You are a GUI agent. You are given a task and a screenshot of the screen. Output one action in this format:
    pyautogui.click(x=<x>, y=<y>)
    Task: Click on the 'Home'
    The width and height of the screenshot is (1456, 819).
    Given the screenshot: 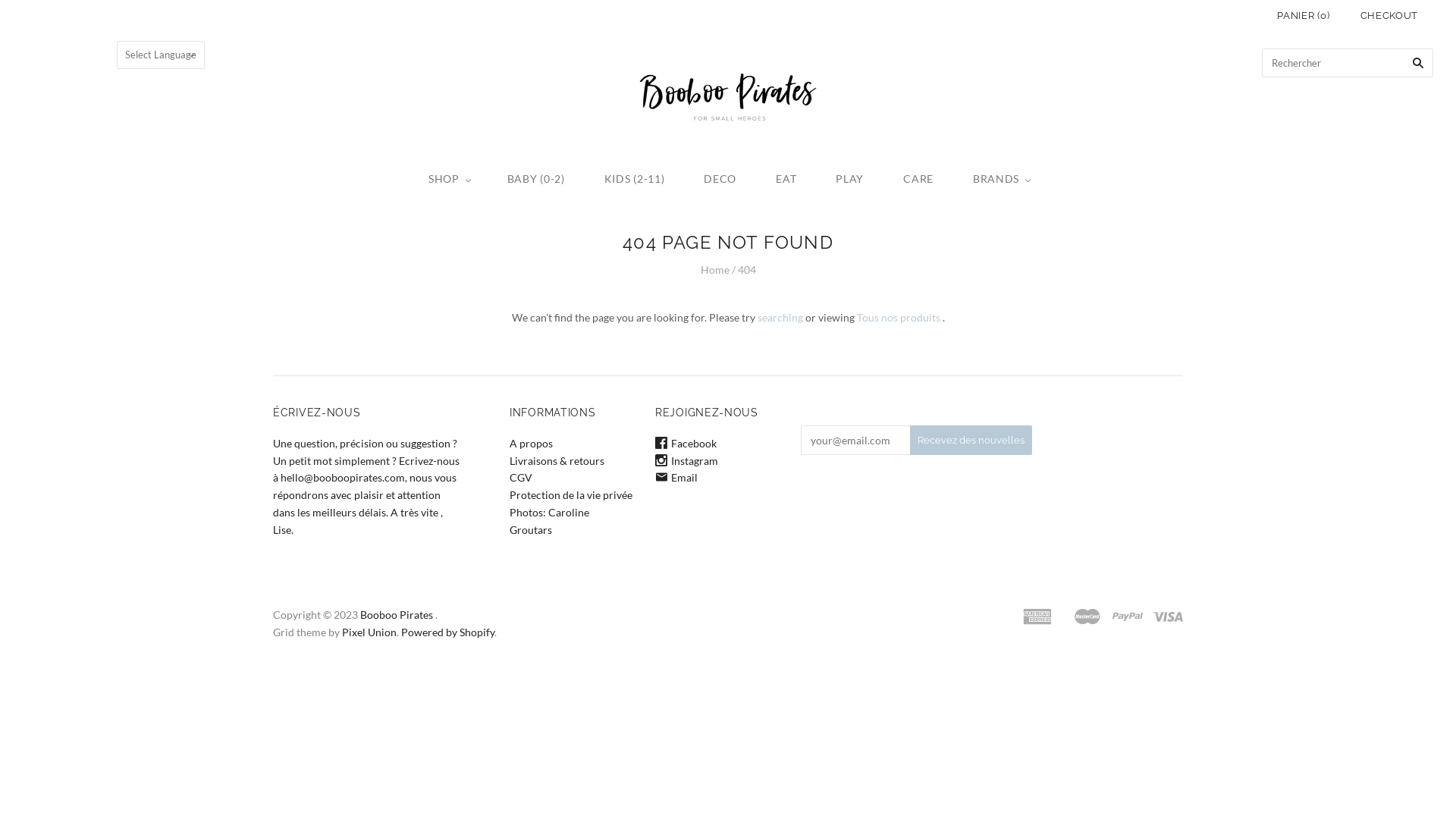 What is the action you would take?
    pyautogui.click(x=714, y=268)
    